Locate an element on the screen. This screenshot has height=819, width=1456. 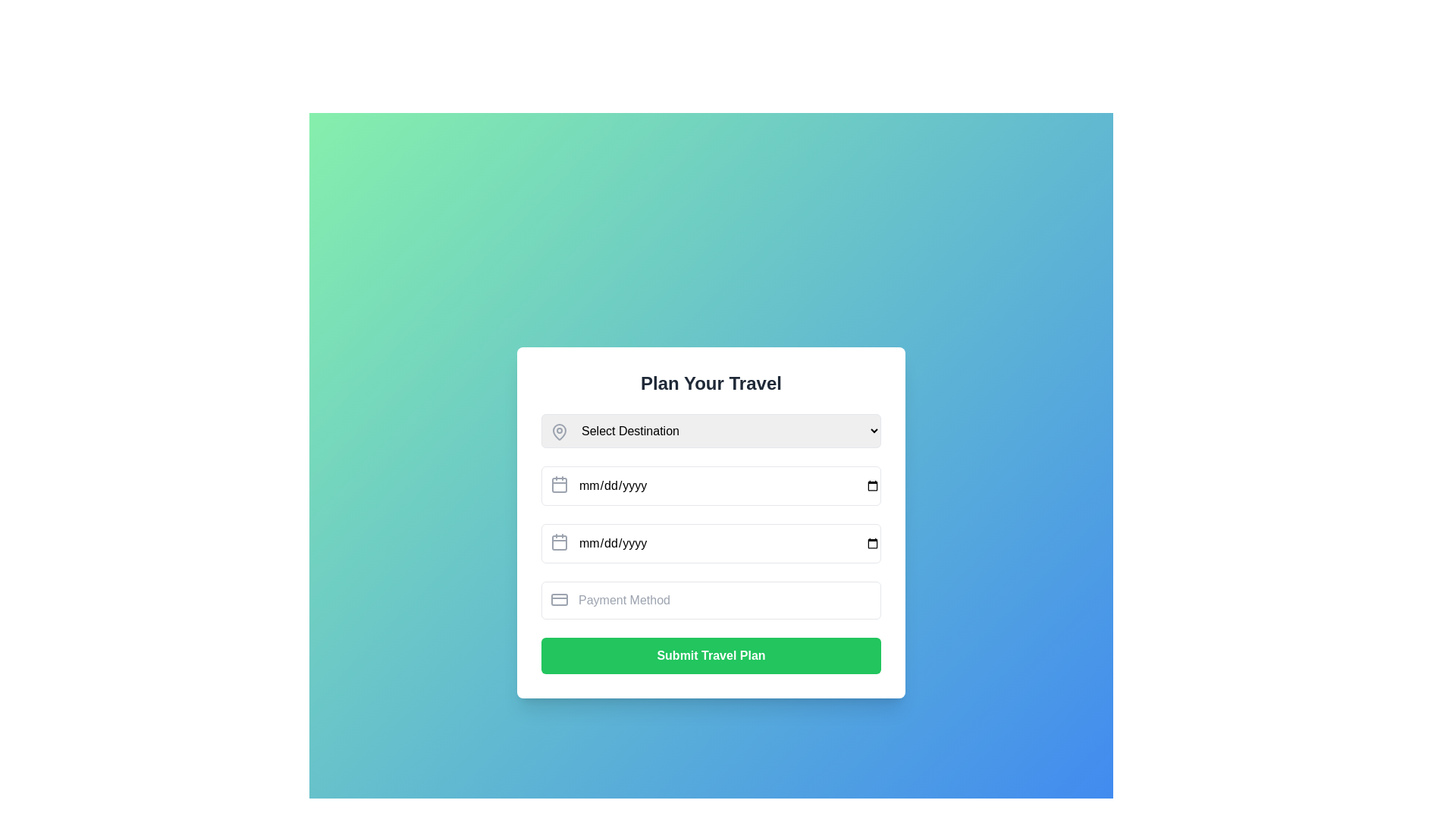
the submission button located at the bottom of the vertical form layout, which finalizes and submits the user's travel plan details is located at coordinates (710, 654).